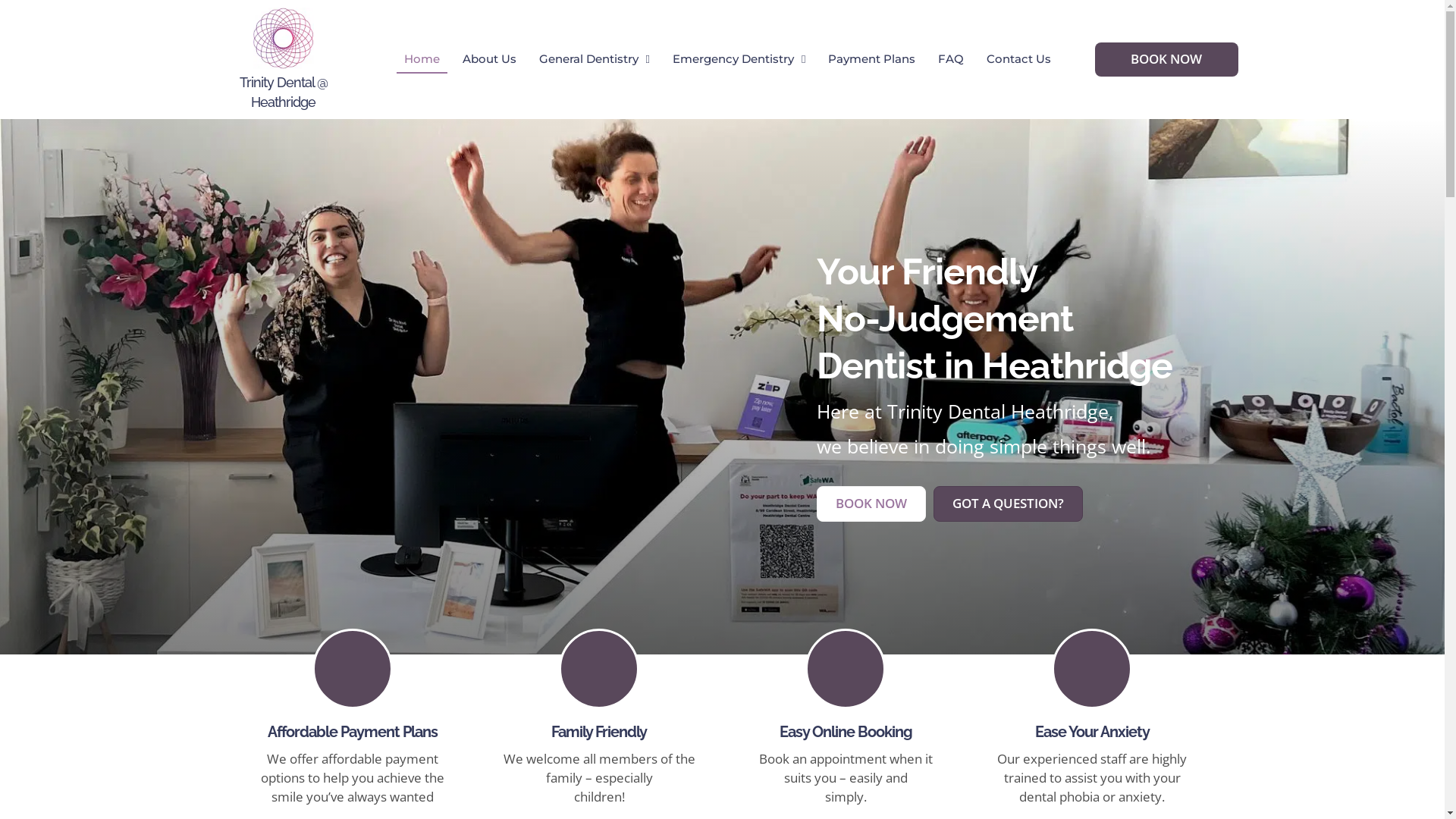 The image size is (1456, 819). I want to click on 'Emergency Dentistry', so click(739, 58).